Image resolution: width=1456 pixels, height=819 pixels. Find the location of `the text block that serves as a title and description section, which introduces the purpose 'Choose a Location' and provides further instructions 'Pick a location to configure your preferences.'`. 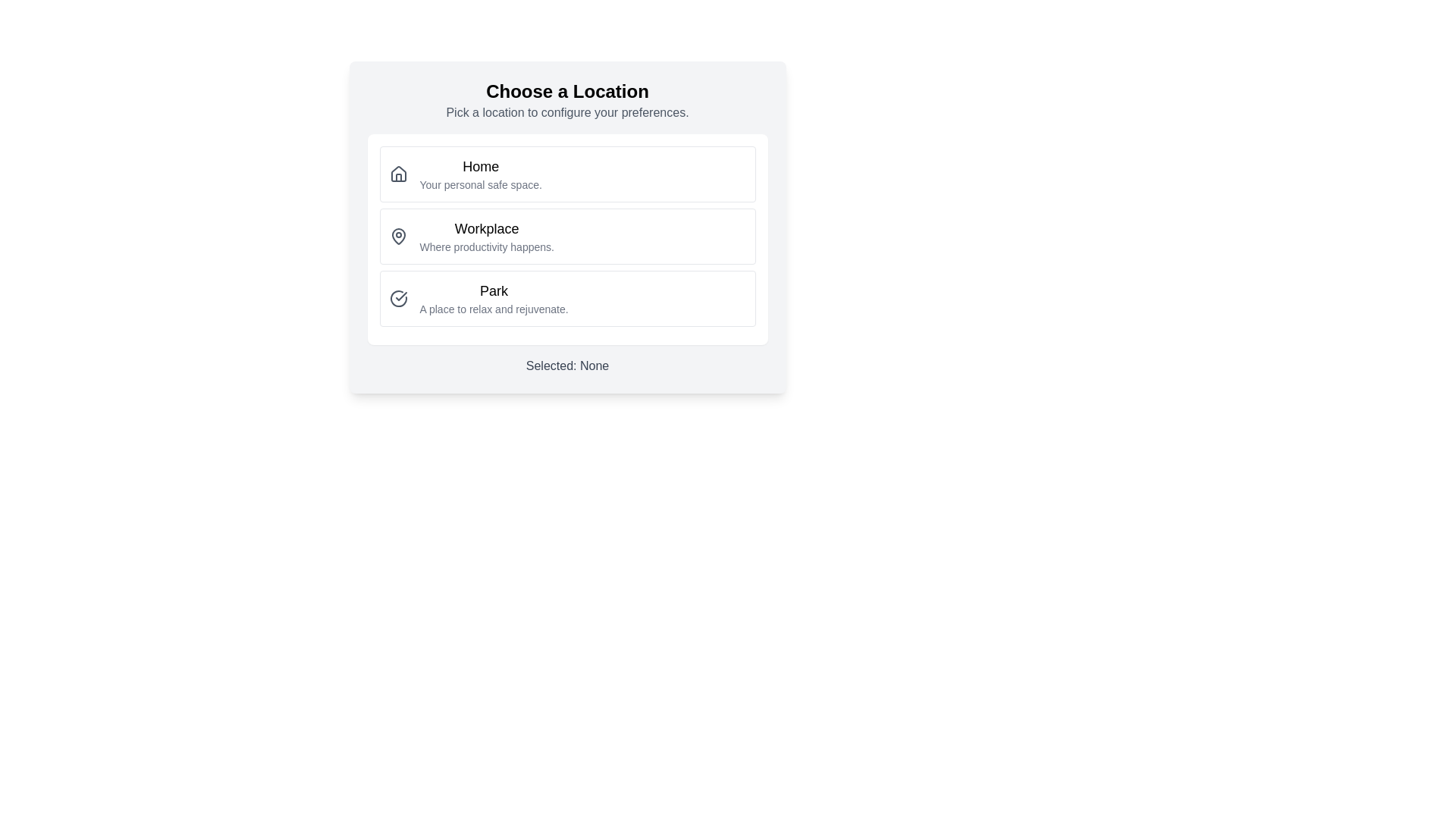

the text block that serves as a title and description section, which introduces the purpose 'Choose a Location' and provides further instructions 'Pick a location to configure your preferences.' is located at coordinates (566, 100).